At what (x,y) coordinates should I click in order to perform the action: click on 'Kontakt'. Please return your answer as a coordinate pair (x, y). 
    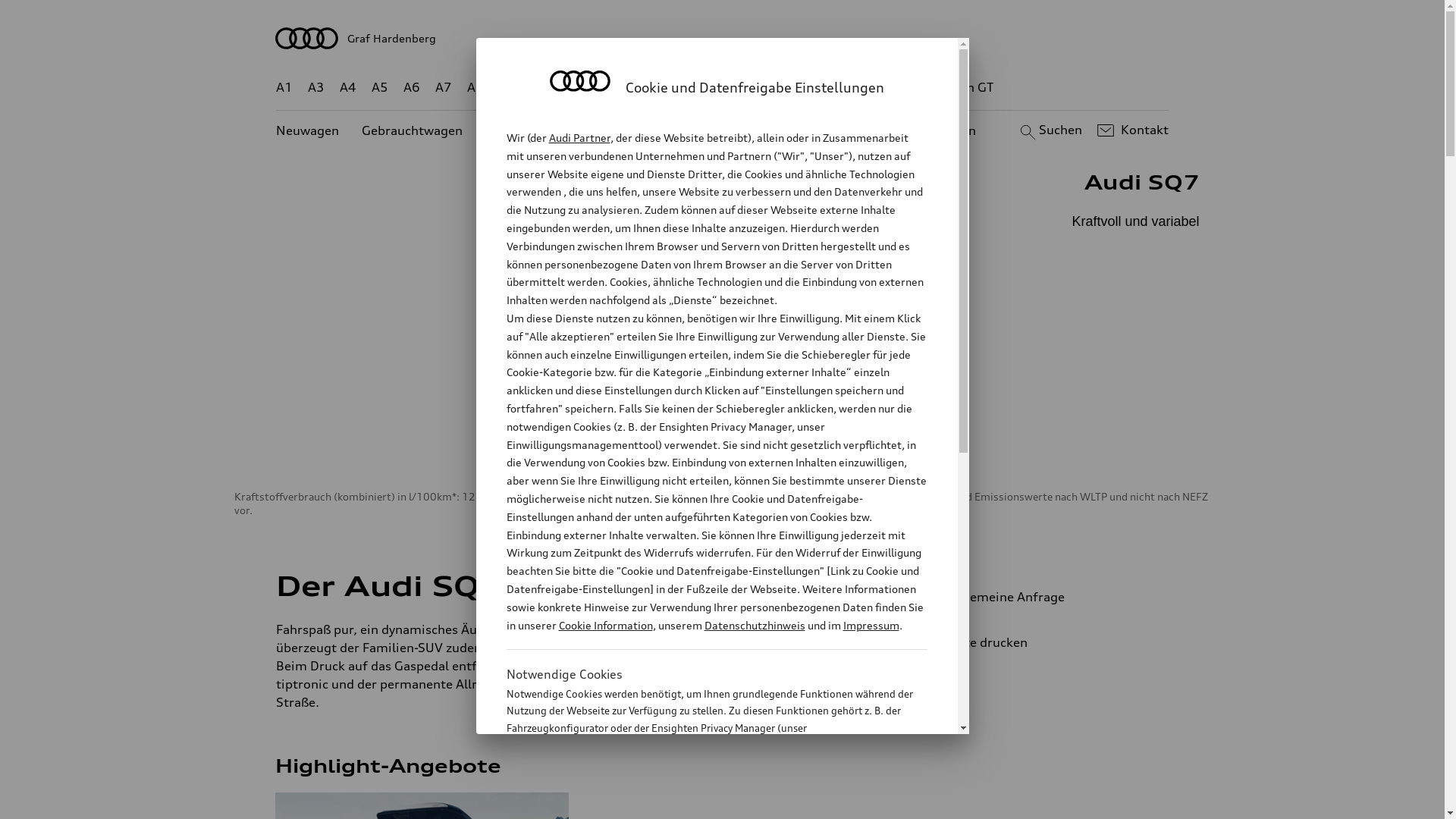
    Looking at the image, I should click on (1131, 130).